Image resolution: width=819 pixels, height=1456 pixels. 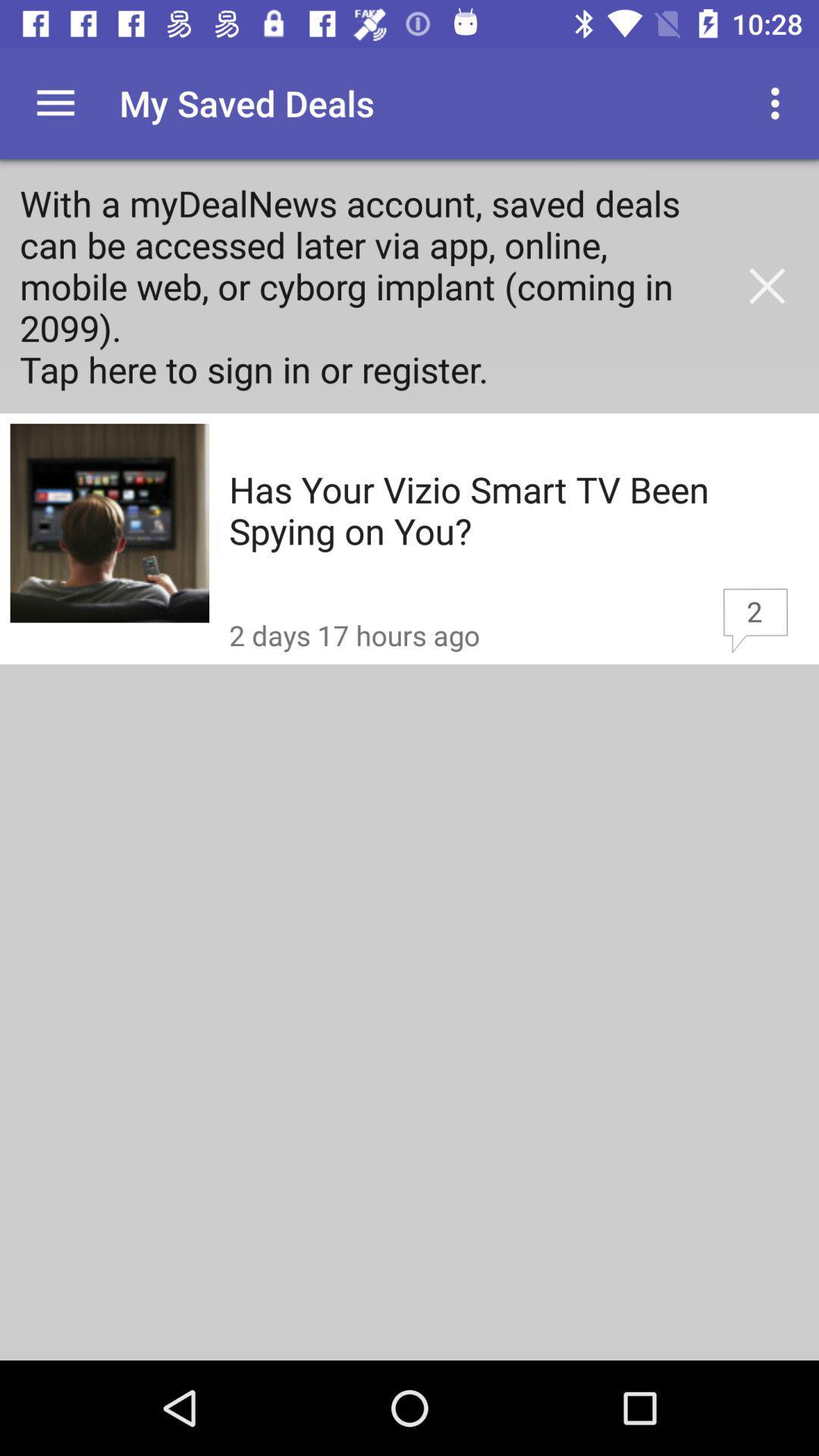 What do you see at coordinates (779, 102) in the screenshot?
I see `the app to the right of my saved deals item` at bounding box center [779, 102].